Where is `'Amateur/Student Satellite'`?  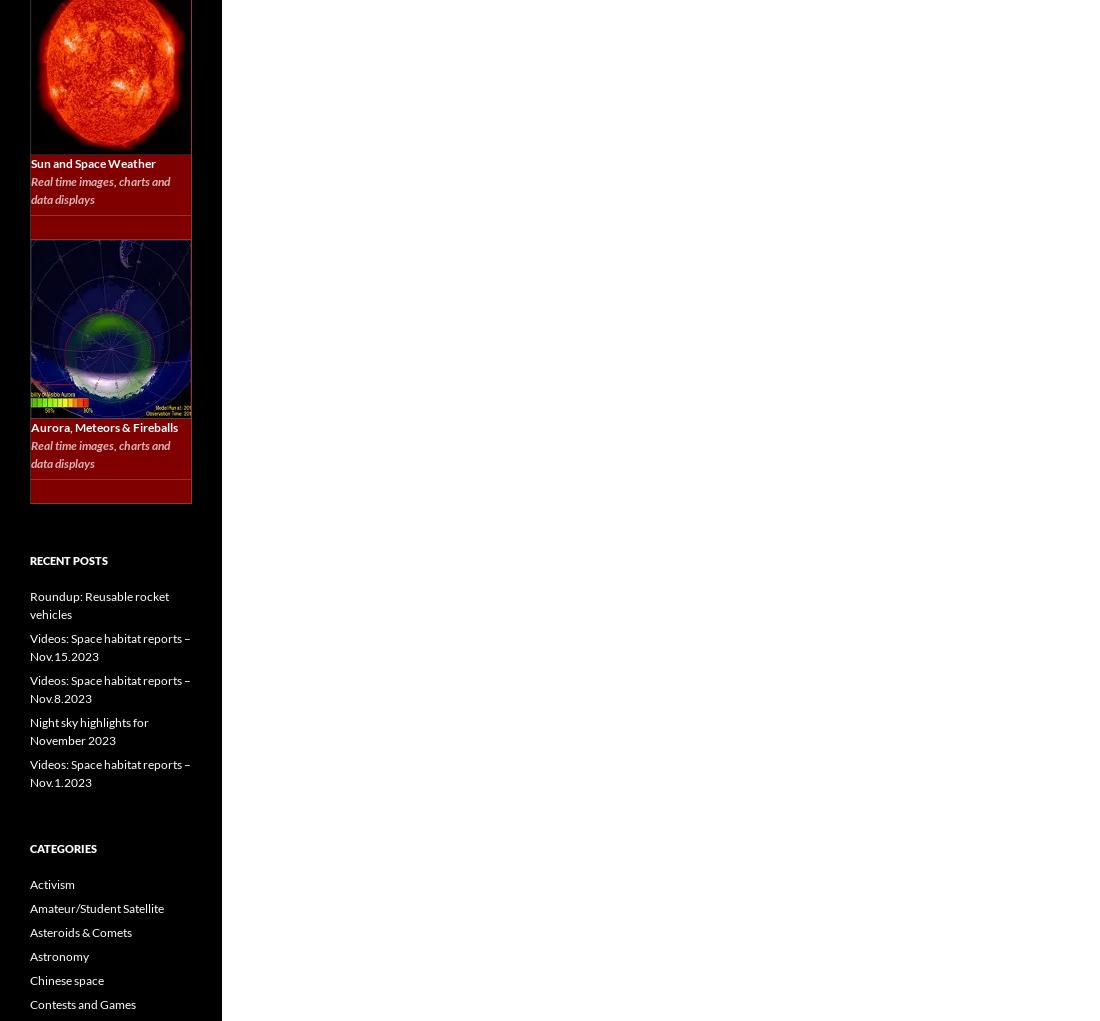 'Amateur/Student Satellite' is located at coordinates (97, 908).